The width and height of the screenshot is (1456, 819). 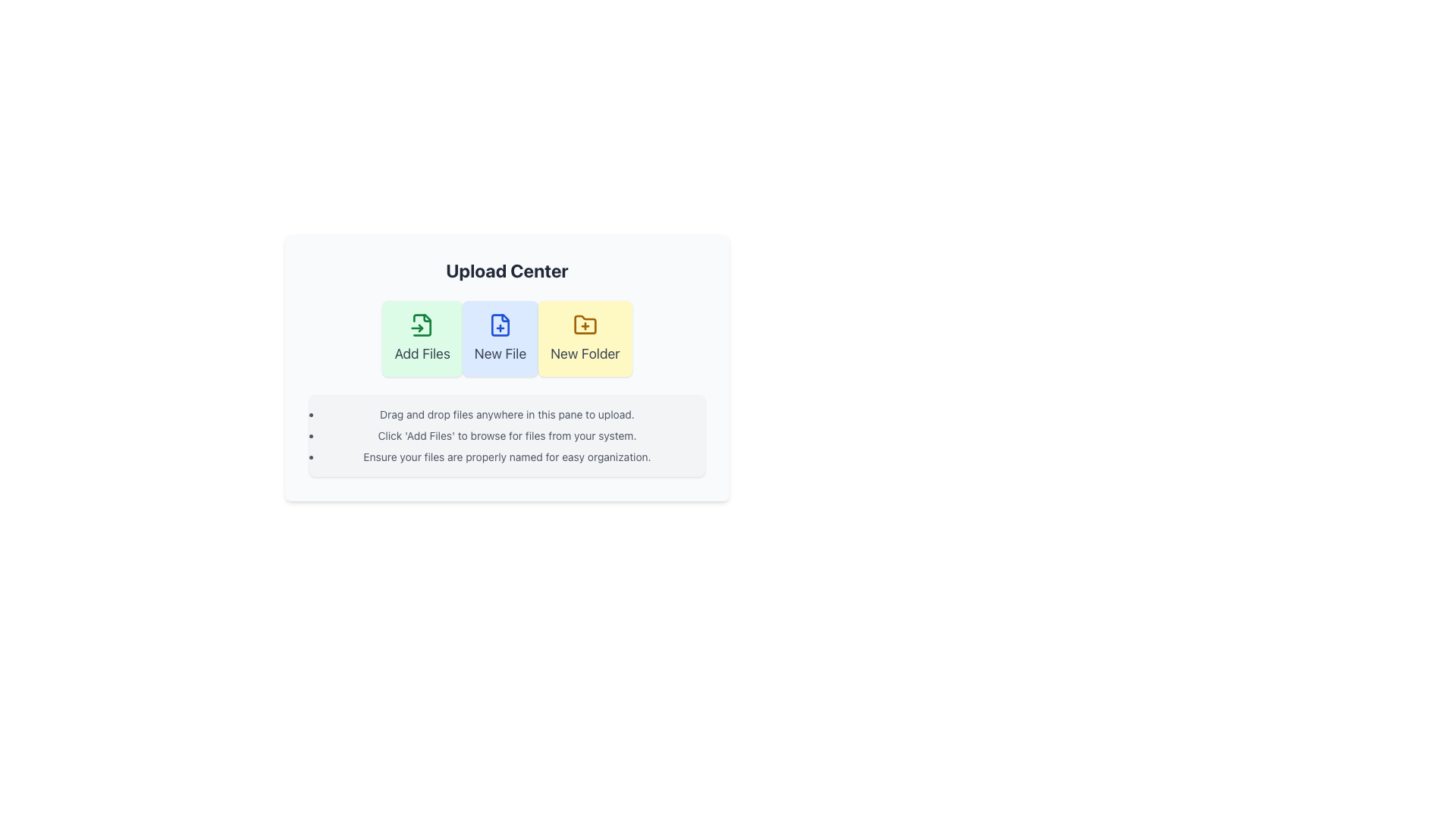 I want to click on the yellow folder icon with a plus sign inside, which is located at the center of the 'New Folder' button, aligned above the text 'New Folder', so click(x=584, y=324).